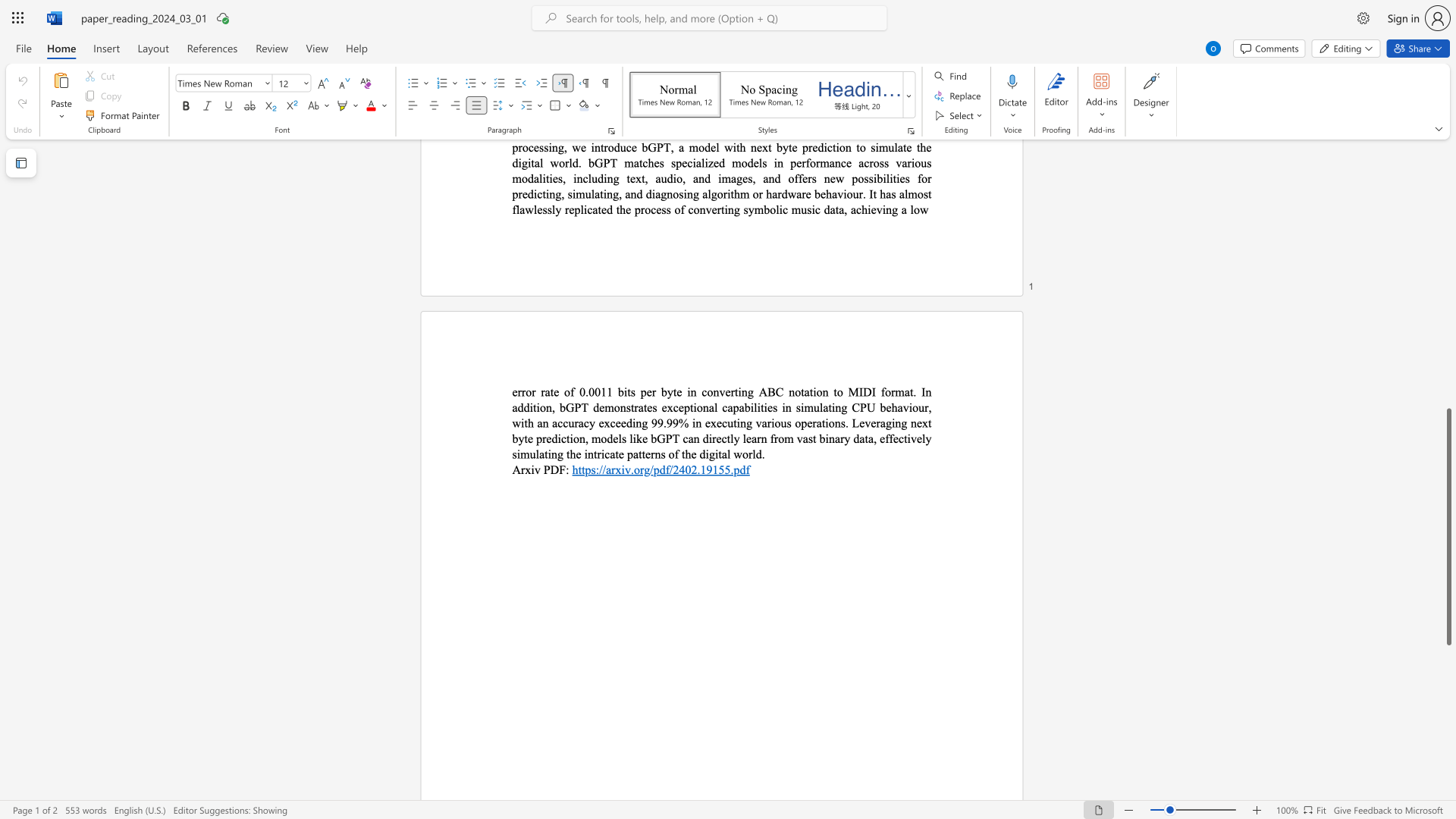 Image resolution: width=1456 pixels, height=819 pixels. What do you see at coordinates (1448, 309) in the screenshot?
I see `the vertical scrollbar to raise the page content` at bounding box center [1448, 309].